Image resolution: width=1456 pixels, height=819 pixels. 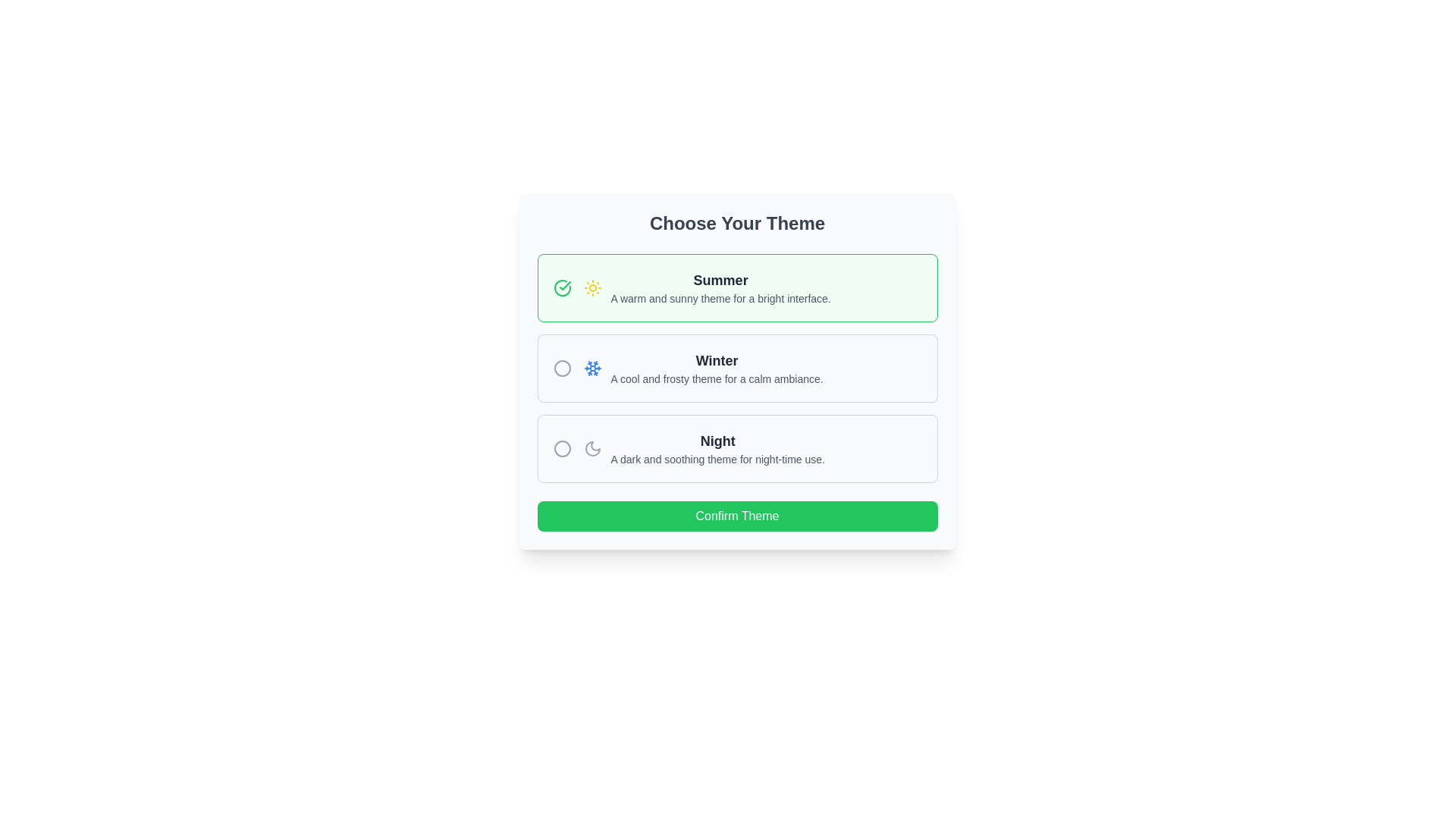 What do you see at coordinates (716, 378) in the screenshot?
I see `text description located directly below the 'Winter' title in the thematic box, which provides additional information about the 'Winter' theme` at bounding box center [716, 378].